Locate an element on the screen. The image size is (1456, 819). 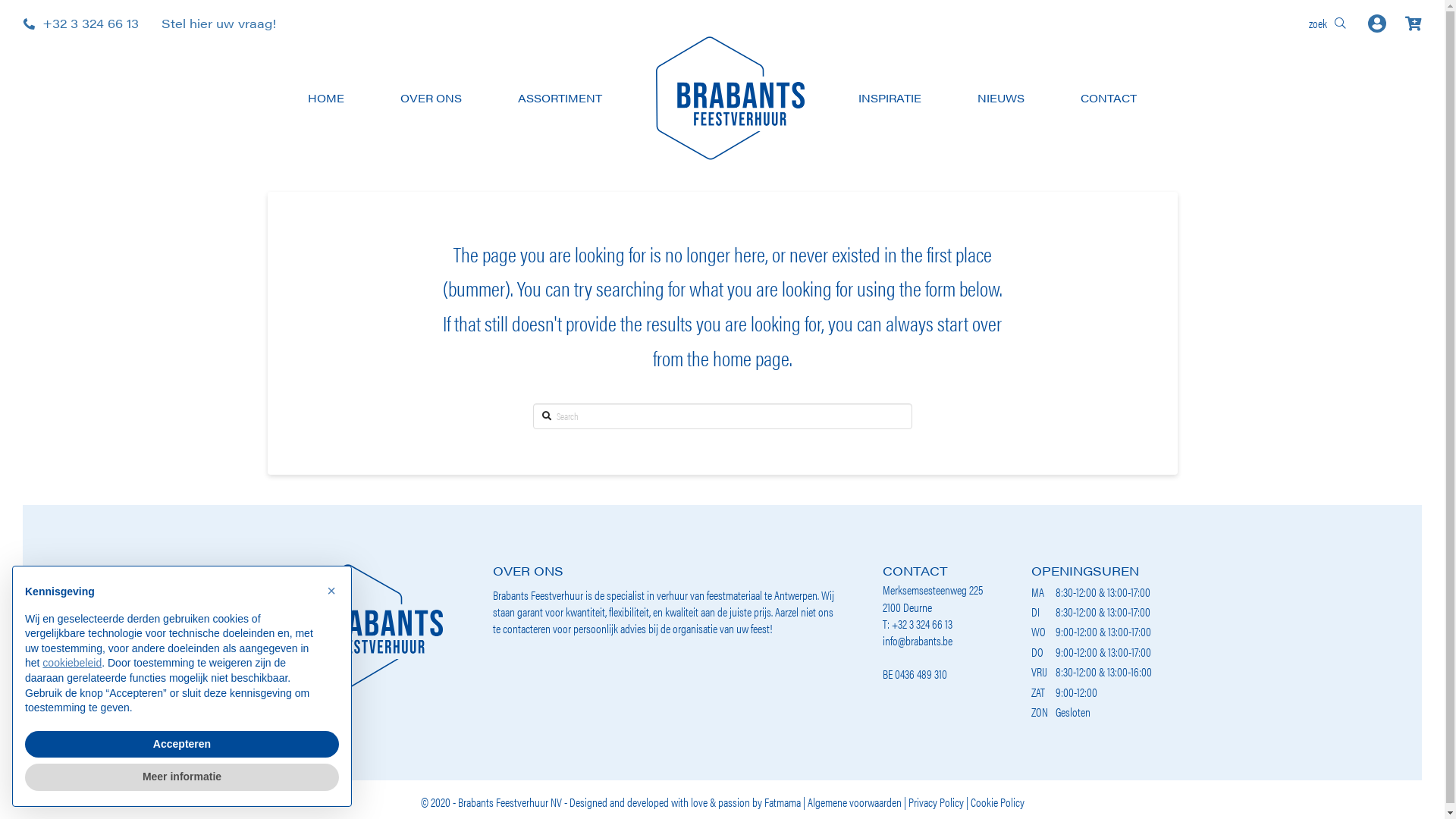
'Stel hier uw vraag!' is located at coordinates (214, 23).